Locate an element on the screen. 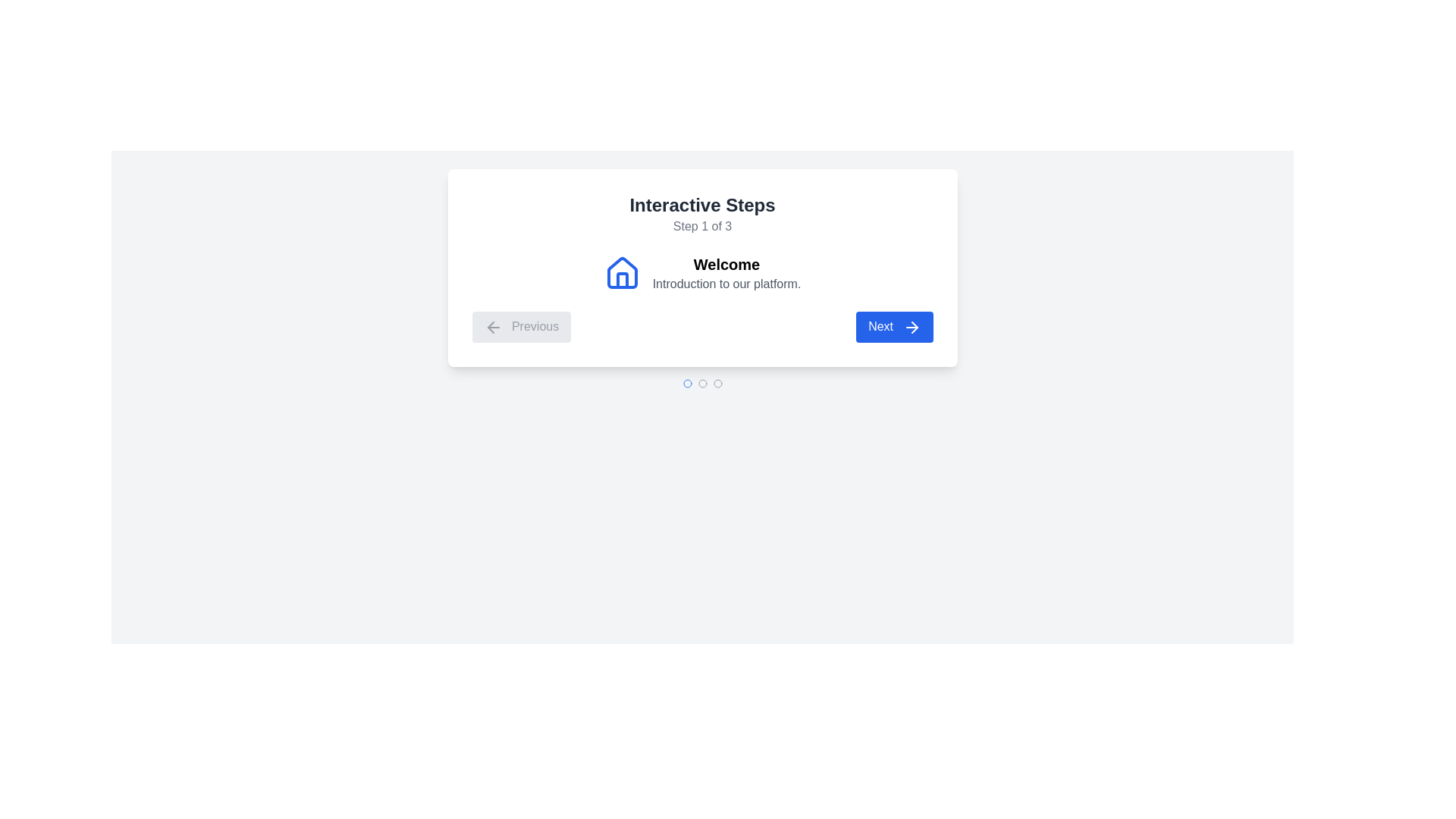  the informational component that features a blue house icon and the title 'Welcome' in bold black font, located centrally below 'Interactive Steps' is located at coordinates (701, 274).